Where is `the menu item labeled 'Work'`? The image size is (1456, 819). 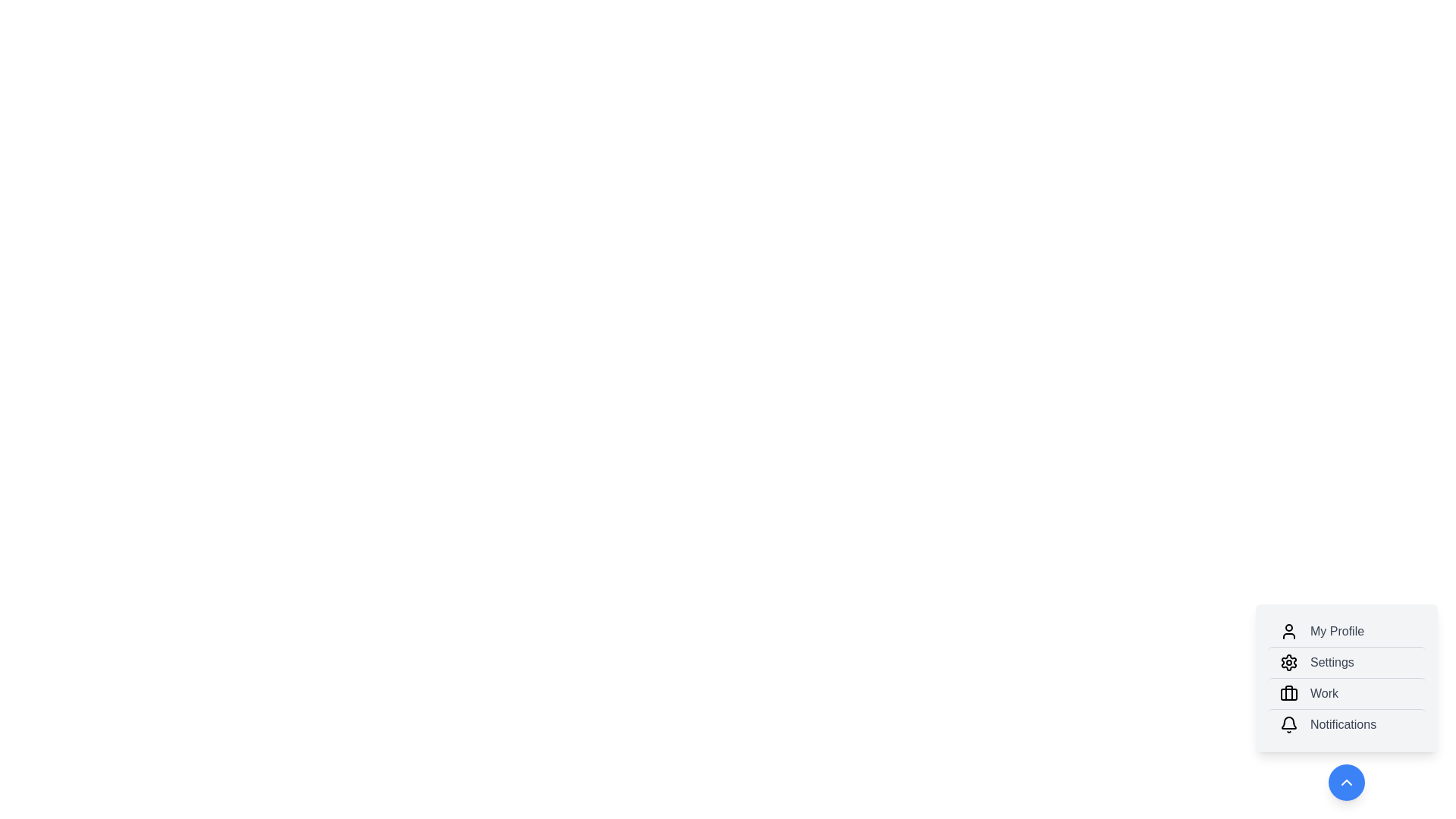 the menu item labeled 'Work' is located at coordinates (1347, 693).